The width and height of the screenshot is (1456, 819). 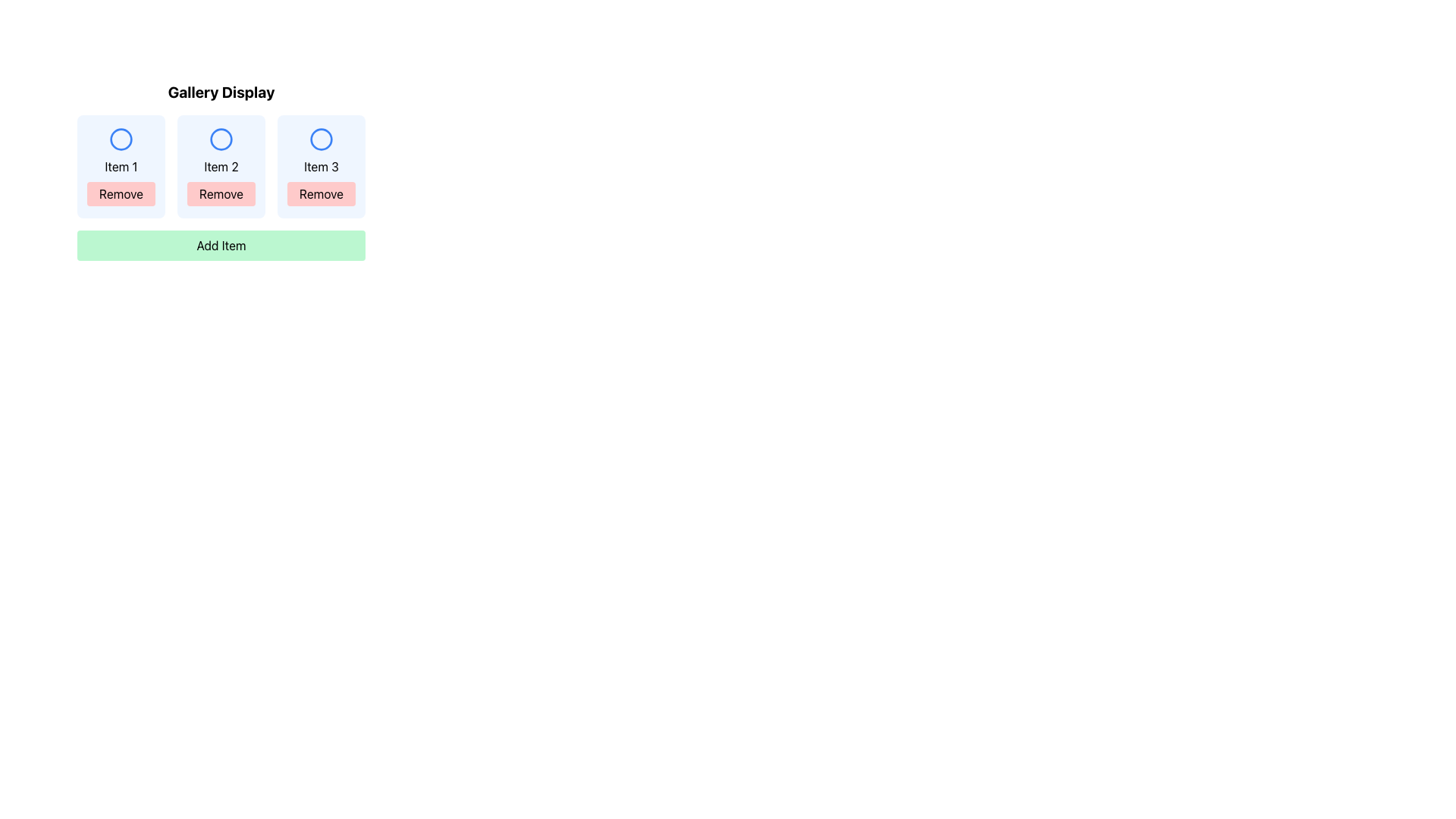 What do you see at coordinates (320, 166) in the screenshot?
I see `the Text Label that displays the name or title of an item, located in the third column beneath a blue-outlined circle and above a pink 'Remove' button` at bounding box center [320, 166].